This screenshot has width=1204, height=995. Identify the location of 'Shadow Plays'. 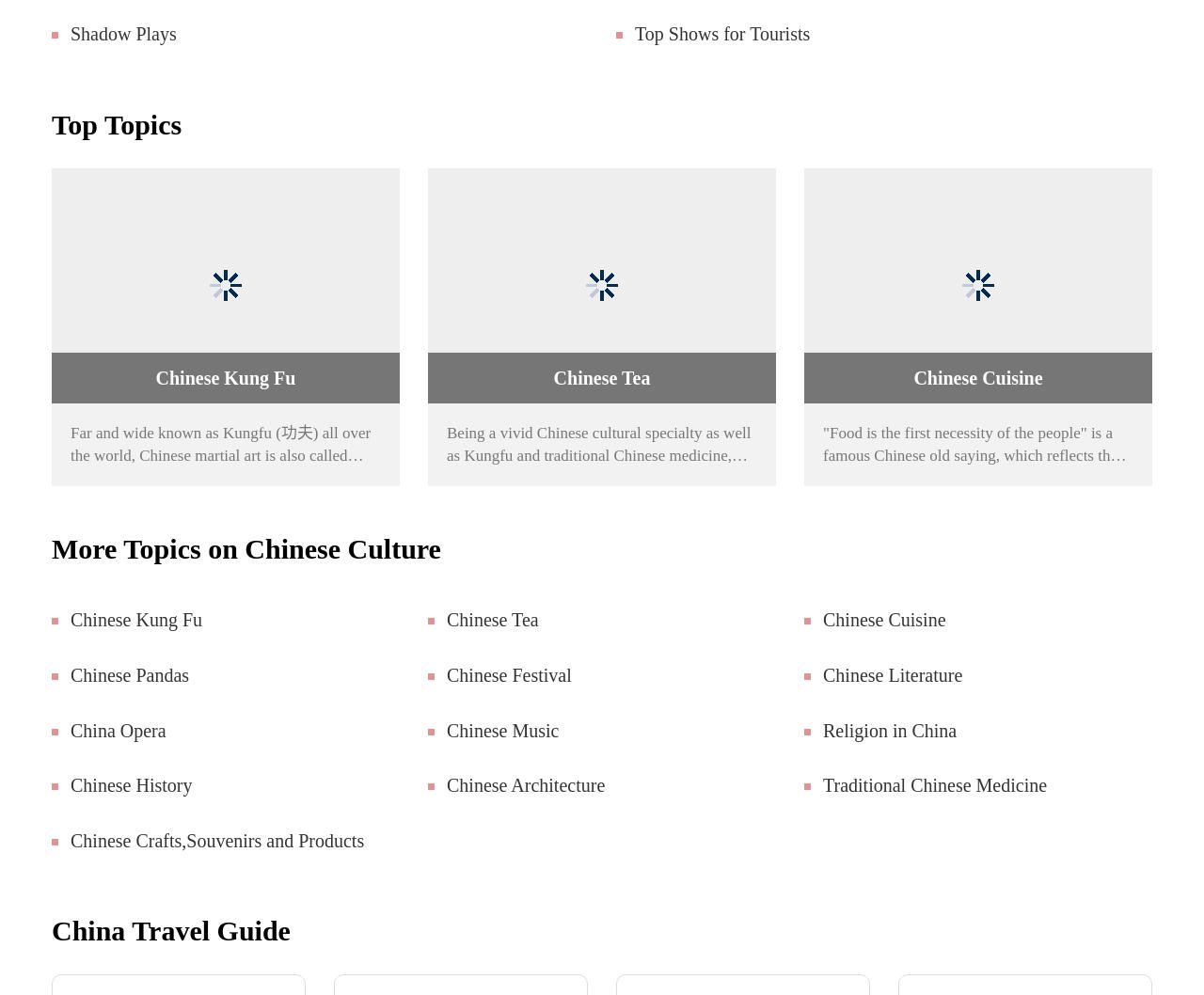
(121, 33).